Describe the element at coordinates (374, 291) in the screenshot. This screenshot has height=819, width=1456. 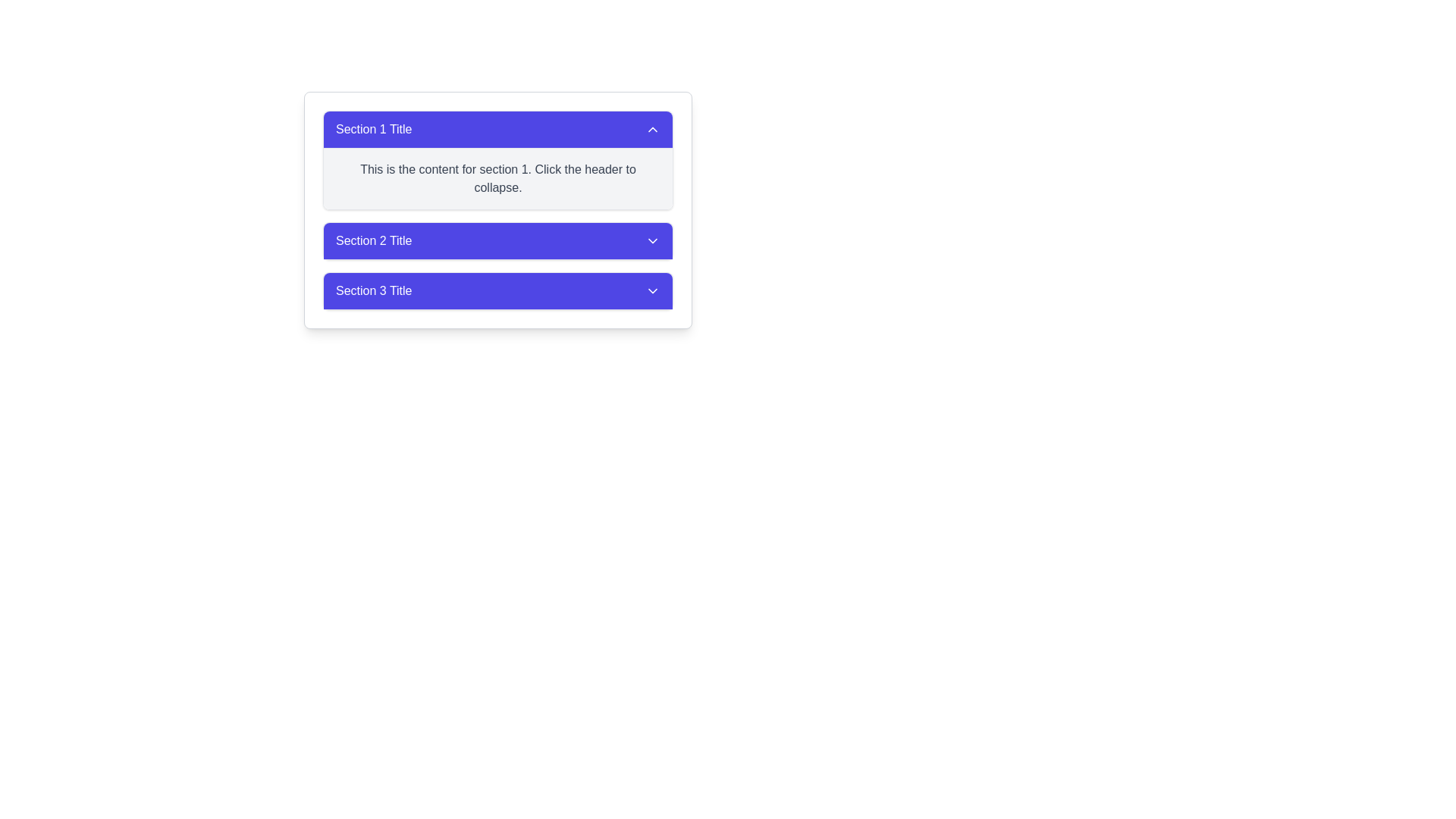
I see `the 'Section 3 Title' text display element, which is styled with white text on an indigo-blue background and is positioned in the collapsible header section labeled 'Section 3'` at that location.